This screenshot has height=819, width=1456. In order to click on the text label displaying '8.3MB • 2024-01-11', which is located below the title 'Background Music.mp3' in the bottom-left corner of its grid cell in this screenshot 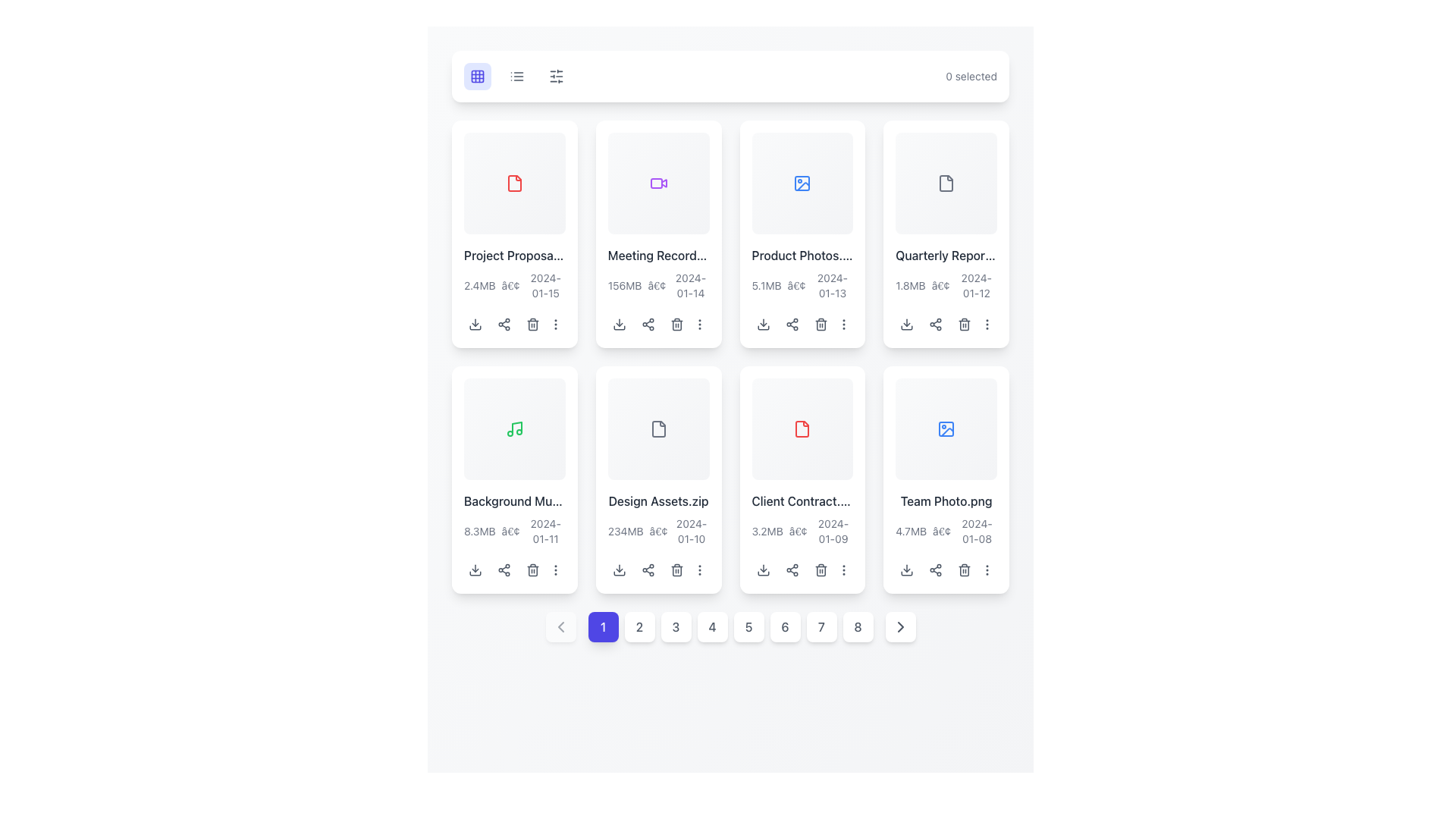, I will do `click(514, 530)`.